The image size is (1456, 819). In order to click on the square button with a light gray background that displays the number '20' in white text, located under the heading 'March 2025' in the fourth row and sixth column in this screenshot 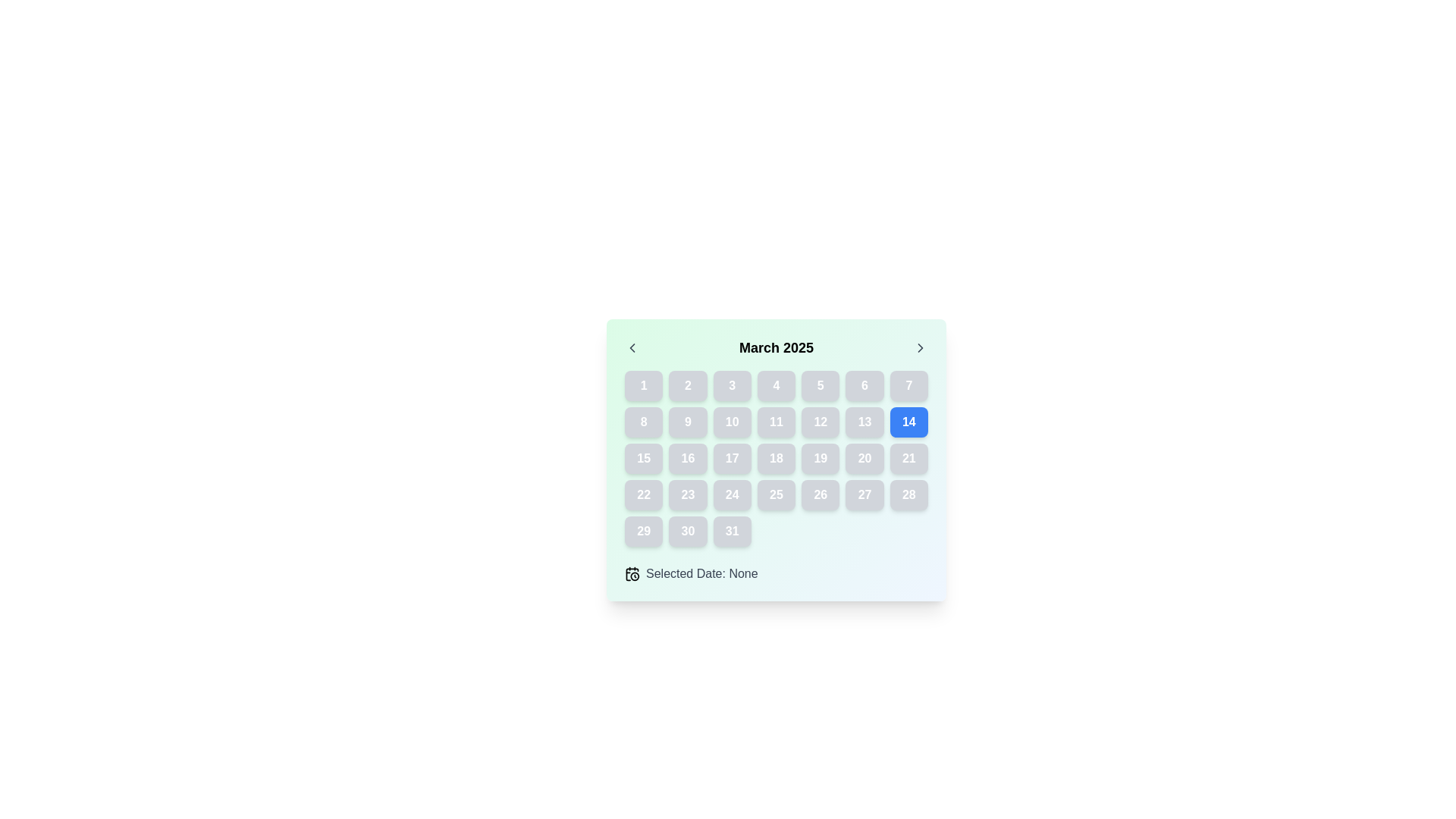, I will do `click(864, 458)`.